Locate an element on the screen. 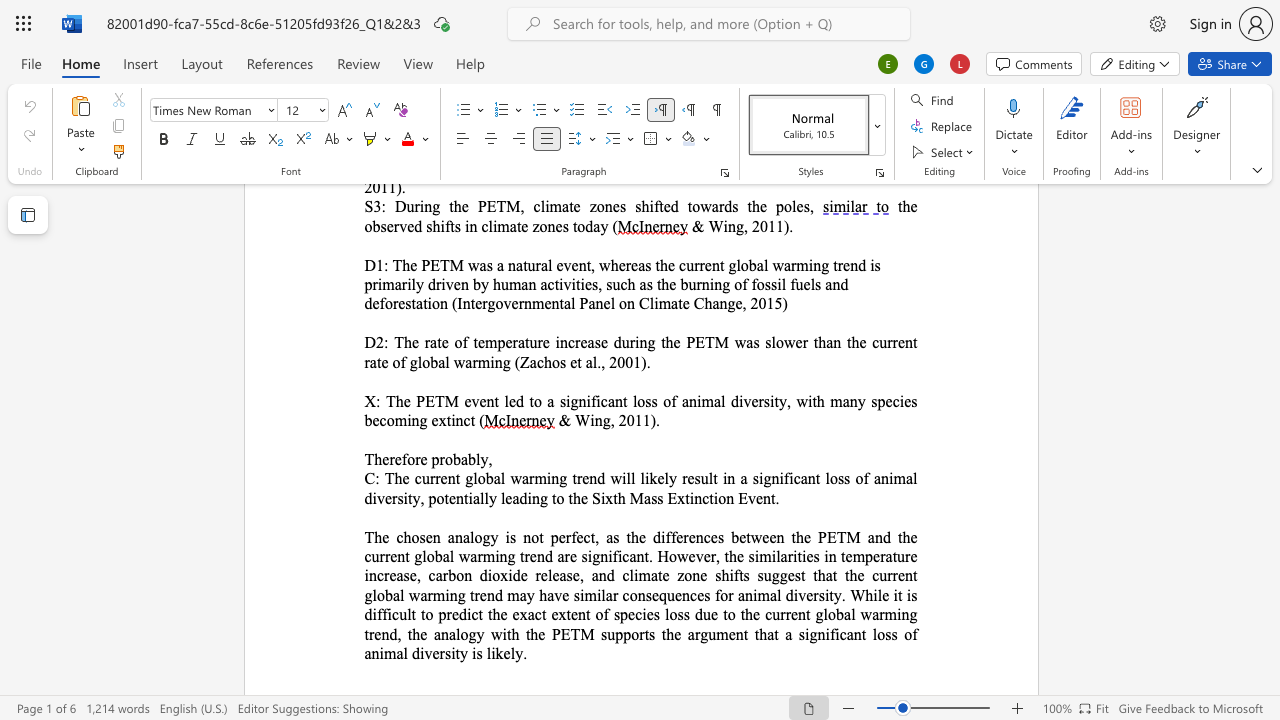 The height and width of the screenshot is (720, 1280). the 7th character "t" in the text is located at coordinates (406, 556).